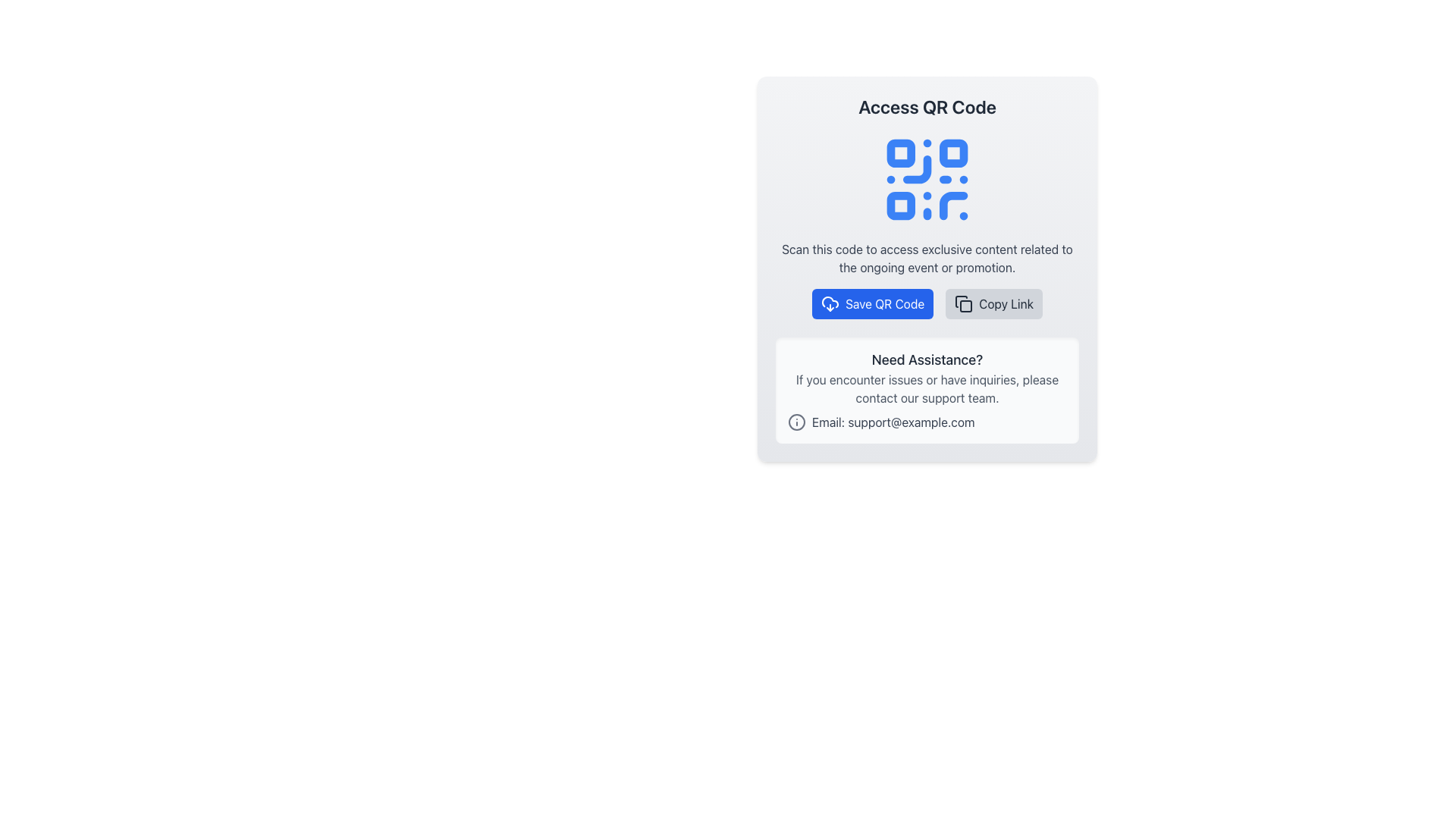  Describe the element at coordinates (927, 359) in the screenshot. I see `the Text heading that serves as a header for the support information section, indicating the purpose of the section below` at that location.